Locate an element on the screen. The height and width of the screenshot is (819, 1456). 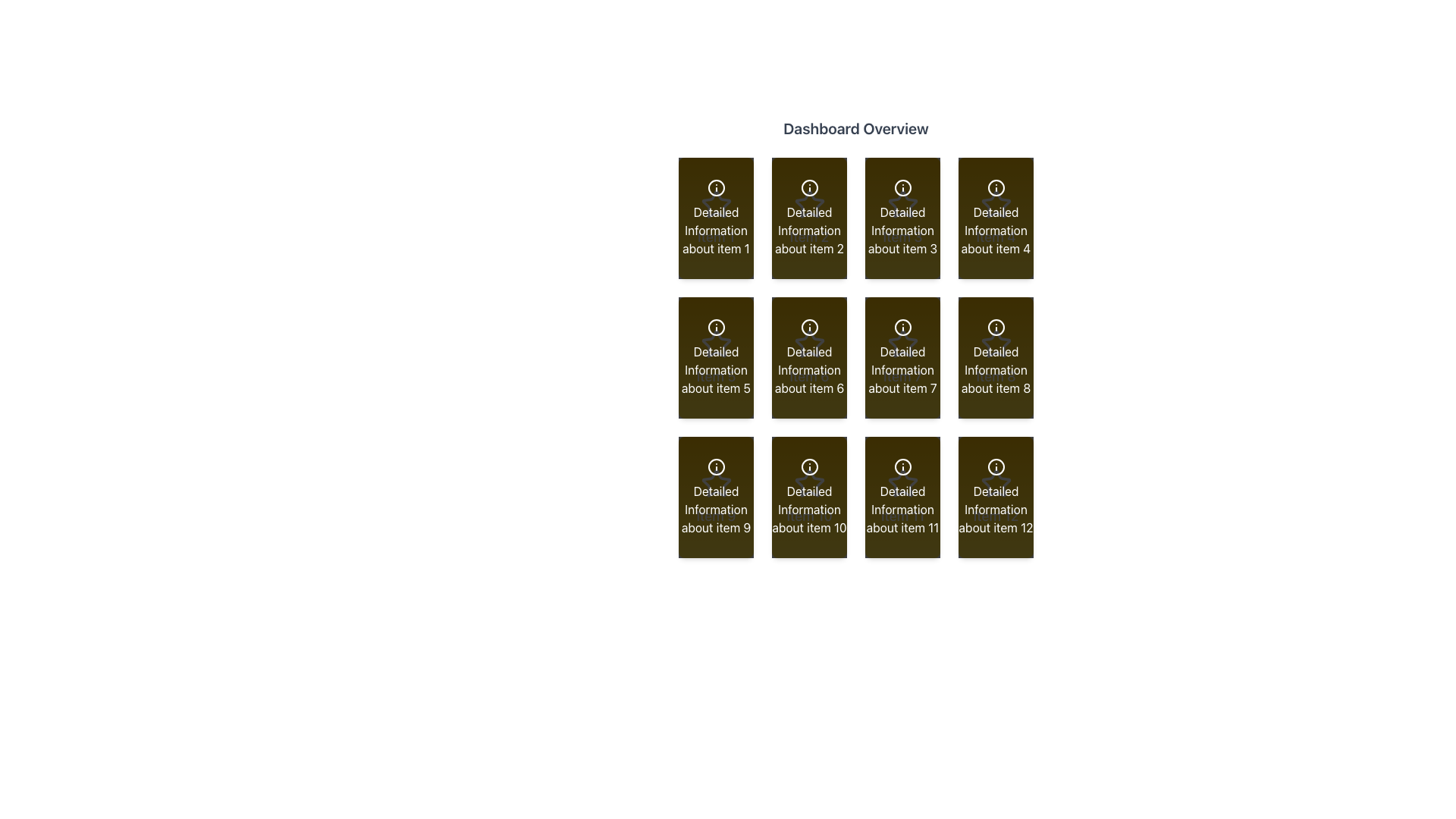
the star icon representing the favorite marker for Item 8, located in the middle row, second column from the right, for visual feedback is located at coordinates (996, 344).